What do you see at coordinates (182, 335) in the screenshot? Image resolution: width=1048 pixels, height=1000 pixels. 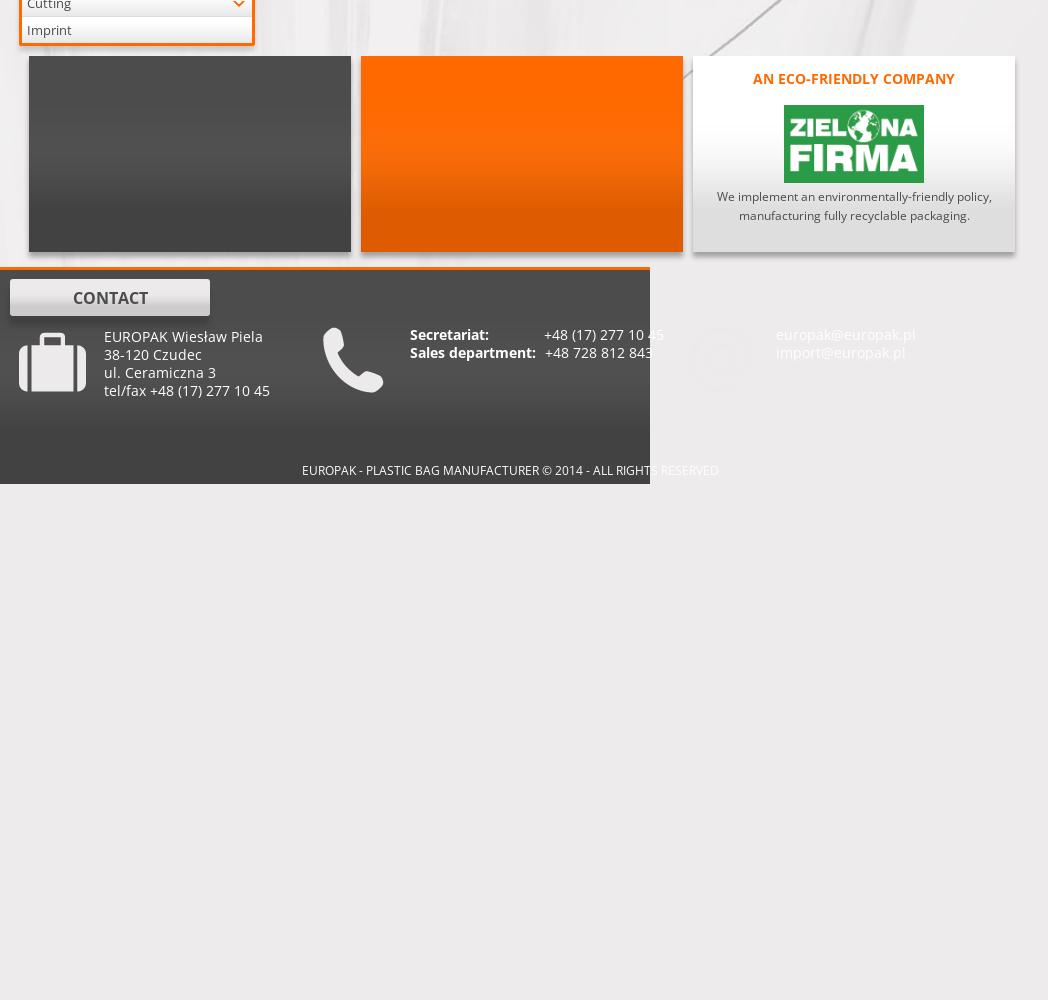 I see `'EUROPAK Wiesław Piela'` at bounding box center [182, 335].